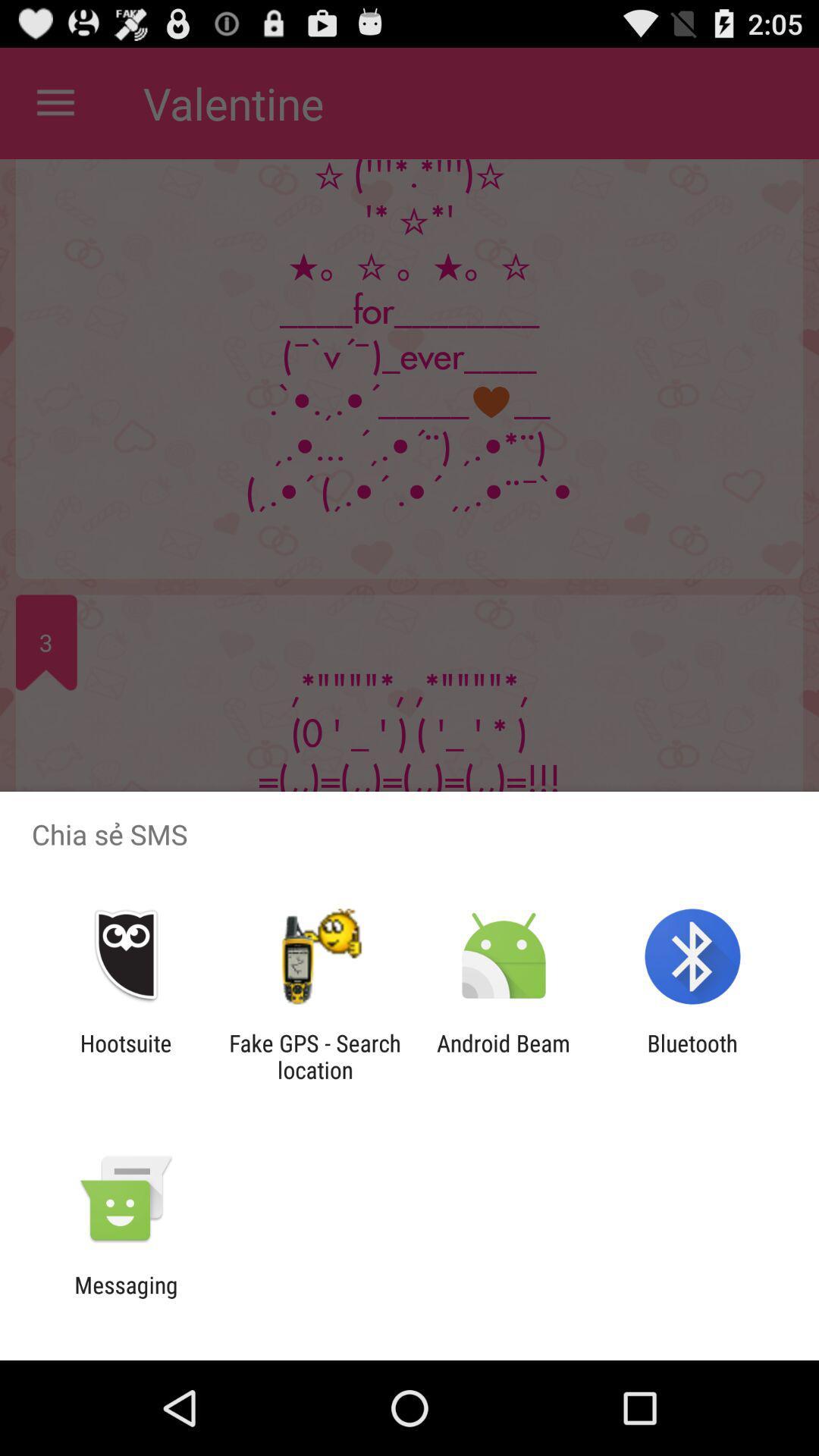 The image size is (819, 1456). Describe the element at coordinates (692, 1056) in the screenshot. I see `bluetooth` at that location.